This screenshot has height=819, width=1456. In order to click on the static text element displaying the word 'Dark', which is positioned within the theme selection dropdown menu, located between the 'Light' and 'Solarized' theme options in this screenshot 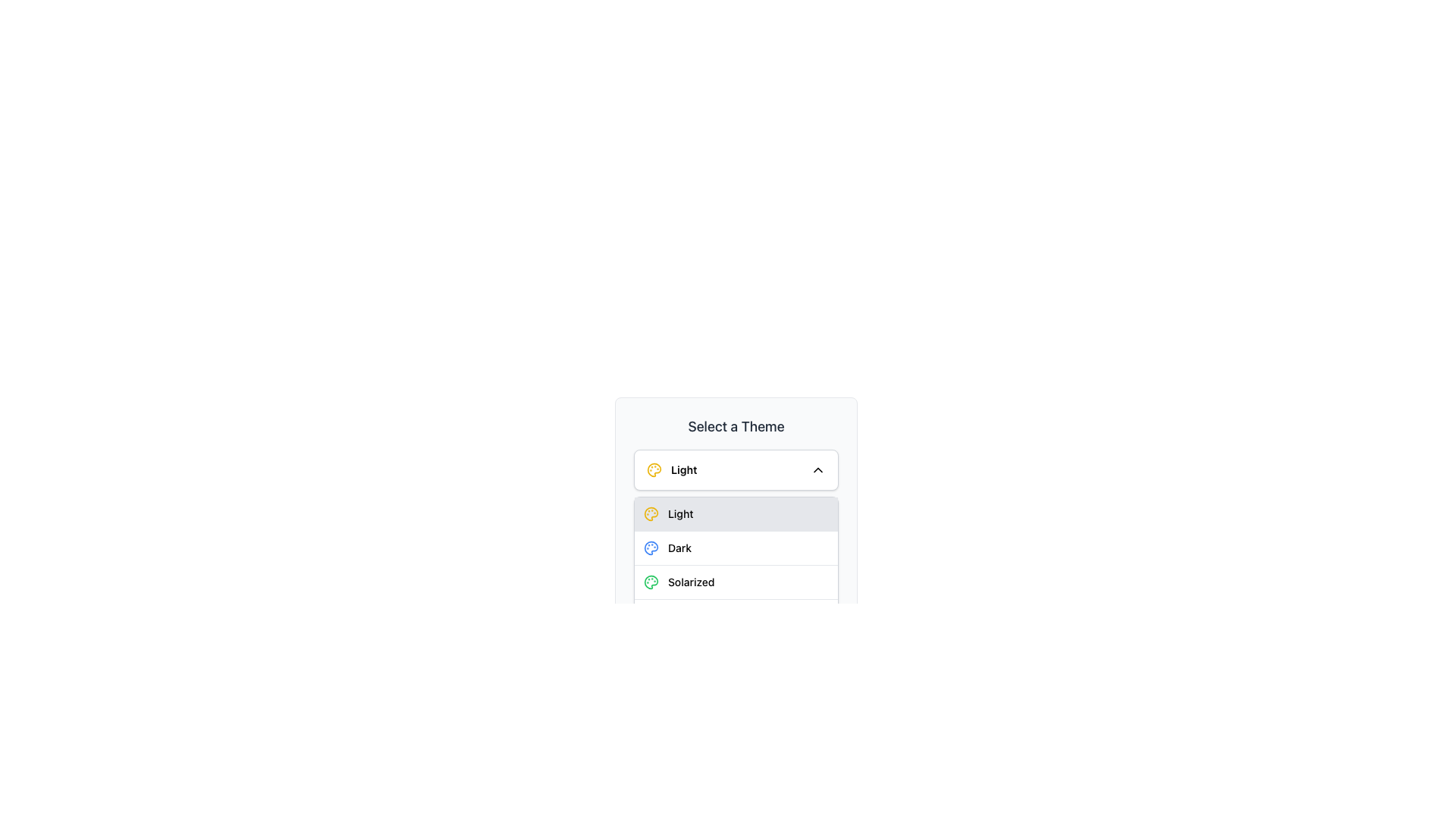, I will do `click(679, 548)`.